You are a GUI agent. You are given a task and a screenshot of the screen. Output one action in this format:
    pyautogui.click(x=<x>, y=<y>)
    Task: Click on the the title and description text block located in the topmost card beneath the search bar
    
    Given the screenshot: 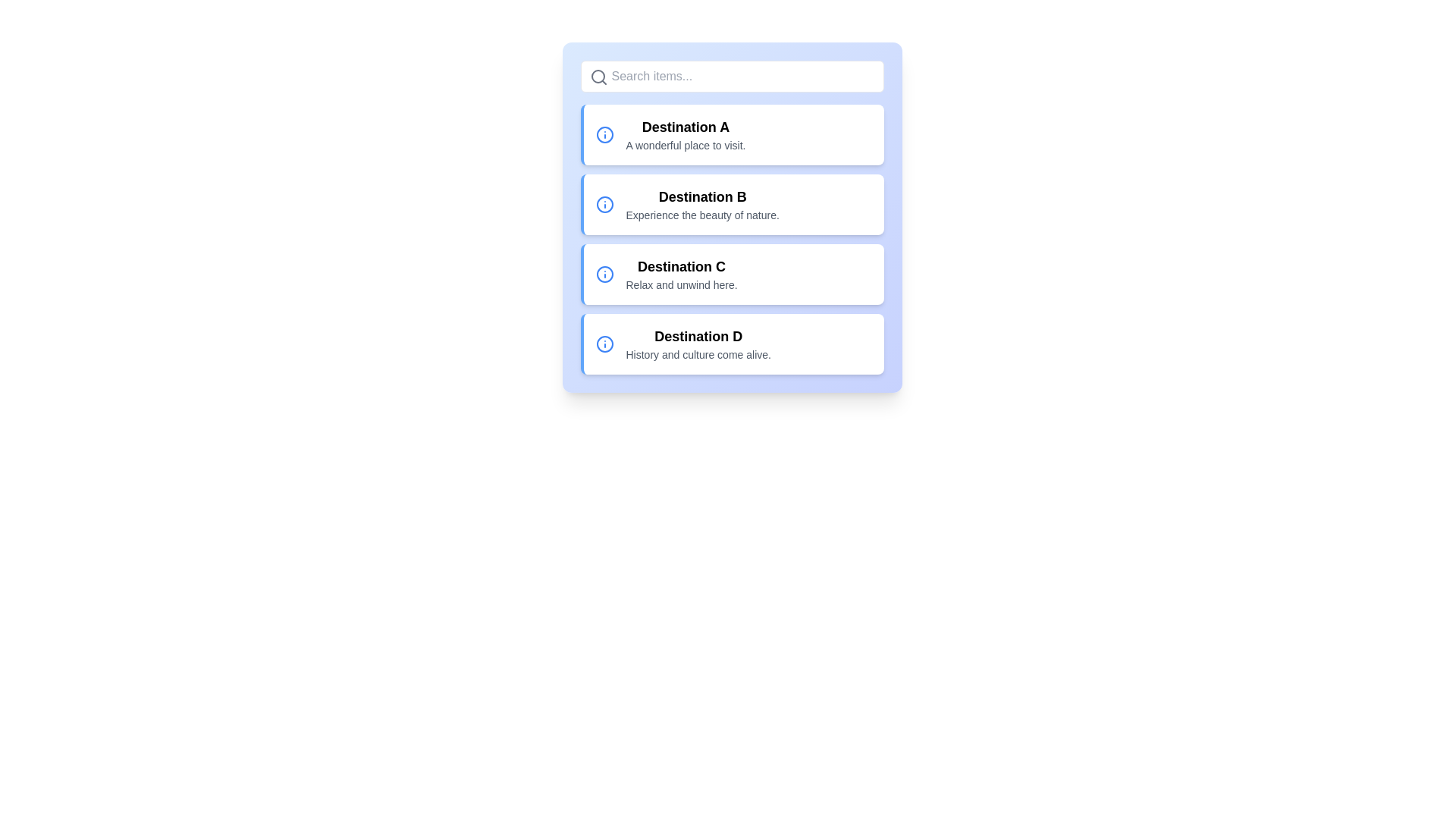 What is the action you would take?
    pyautogui.click(x=685, y=133)
    